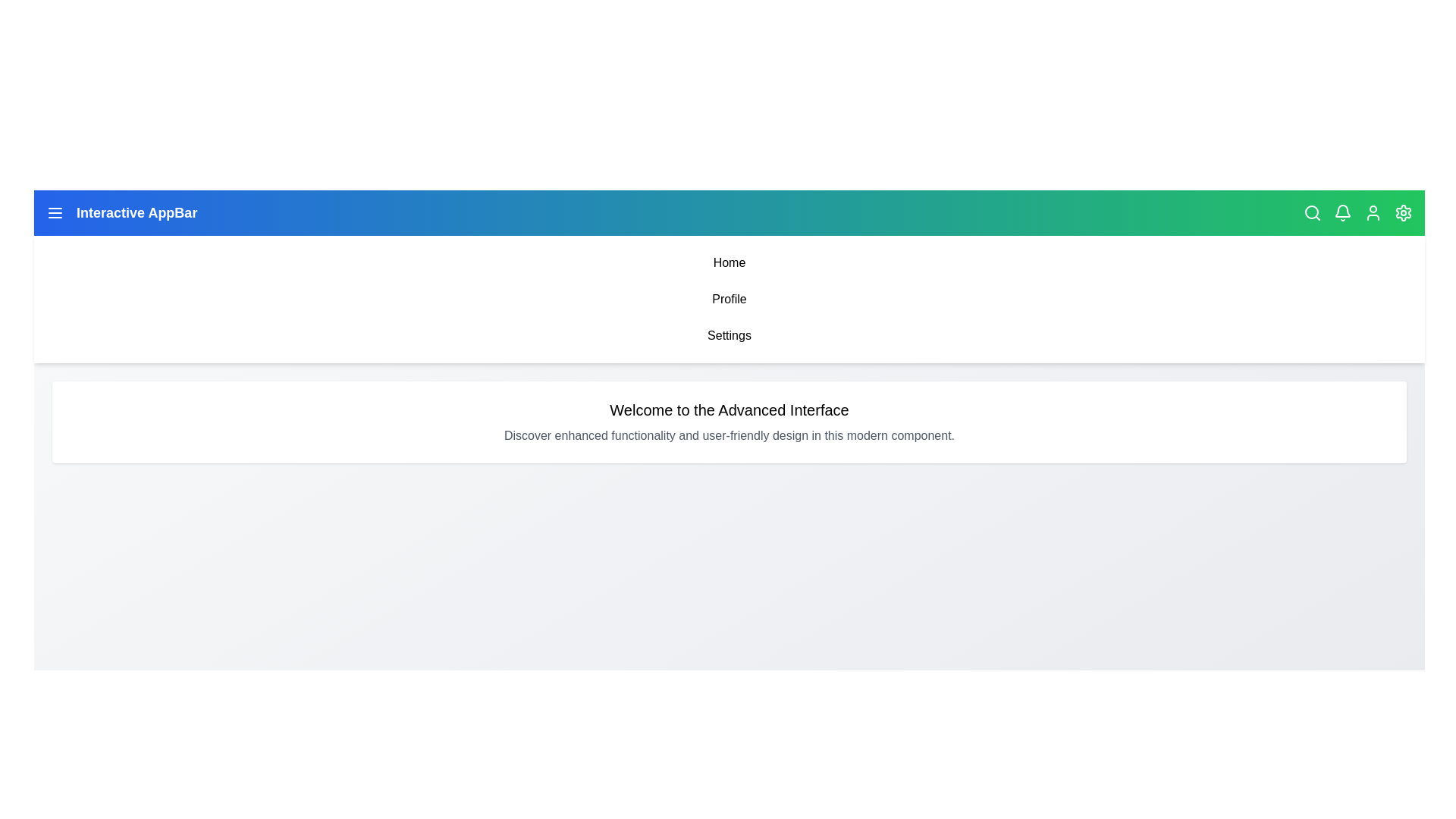  I want to click on the User icon to access user profile options, so click(1373, 213).